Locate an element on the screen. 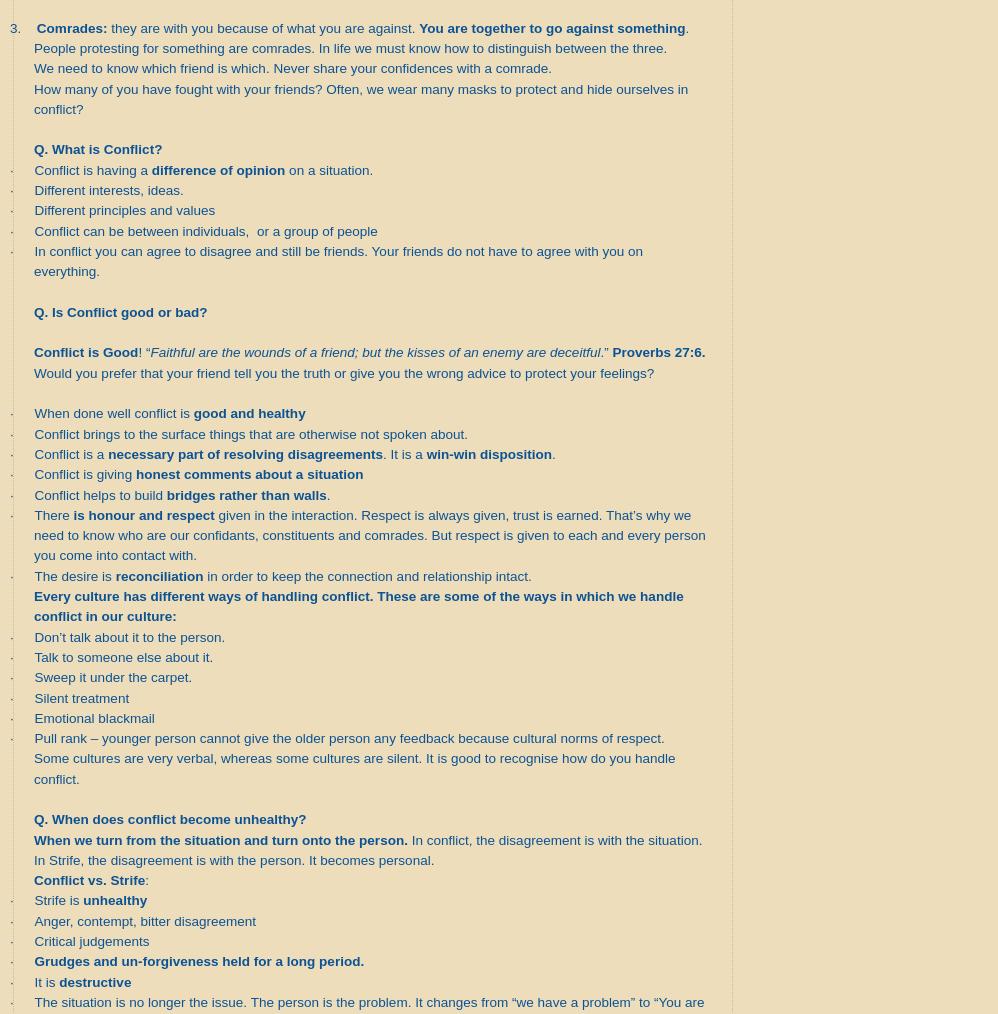 The image size is (998, 1014). 'Different interests, ideas.' is located at coordinates (108, 189).